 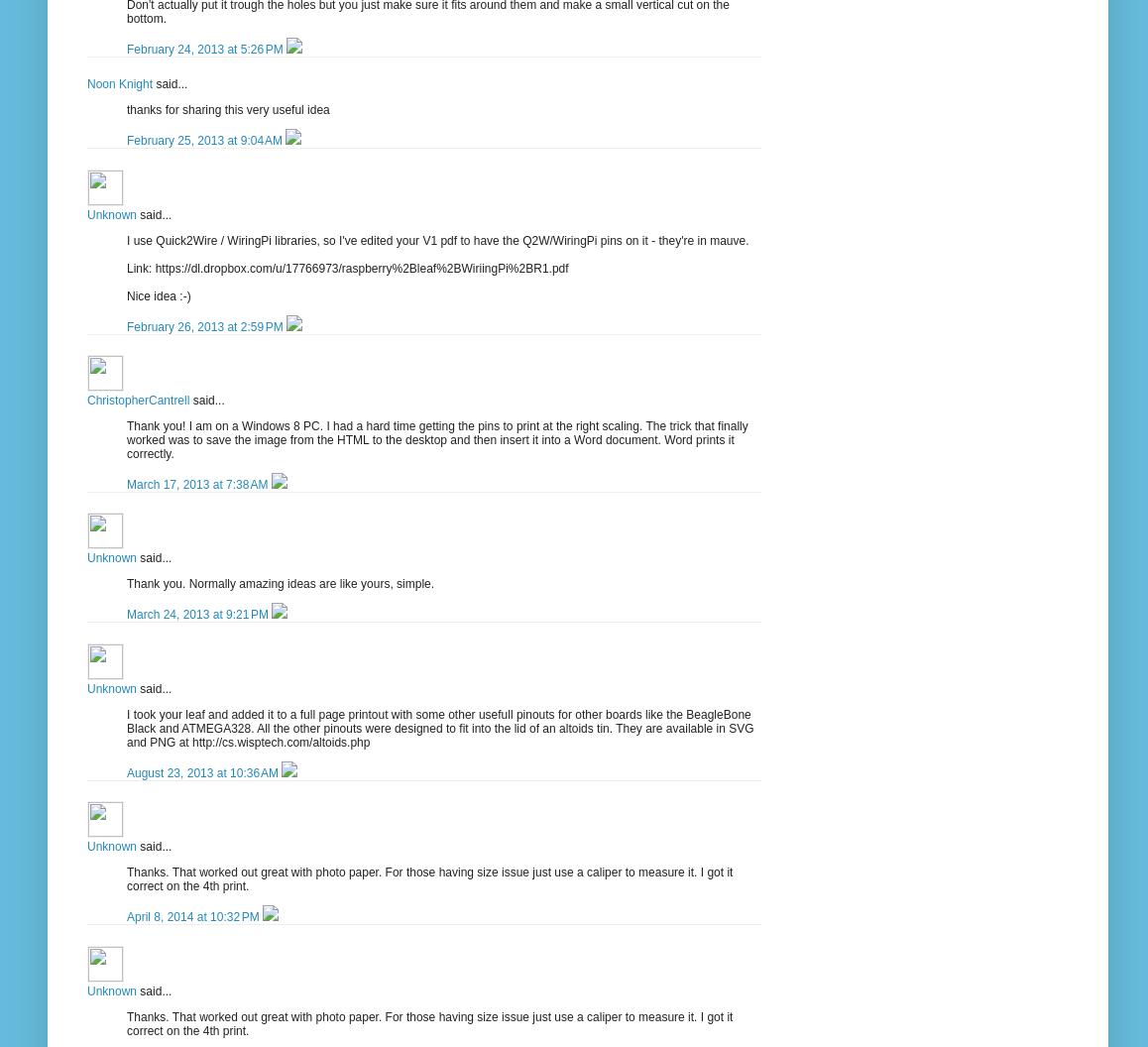 What do you see at coordinates (437, 239) in the screenshot?
I see `'I use Quick2Wire / WiringPi libraries, so I've edited your V1 pdf to have the Q2W/WiringPi pins on it - they're in mauve.'` at bounding box center [437, 239].